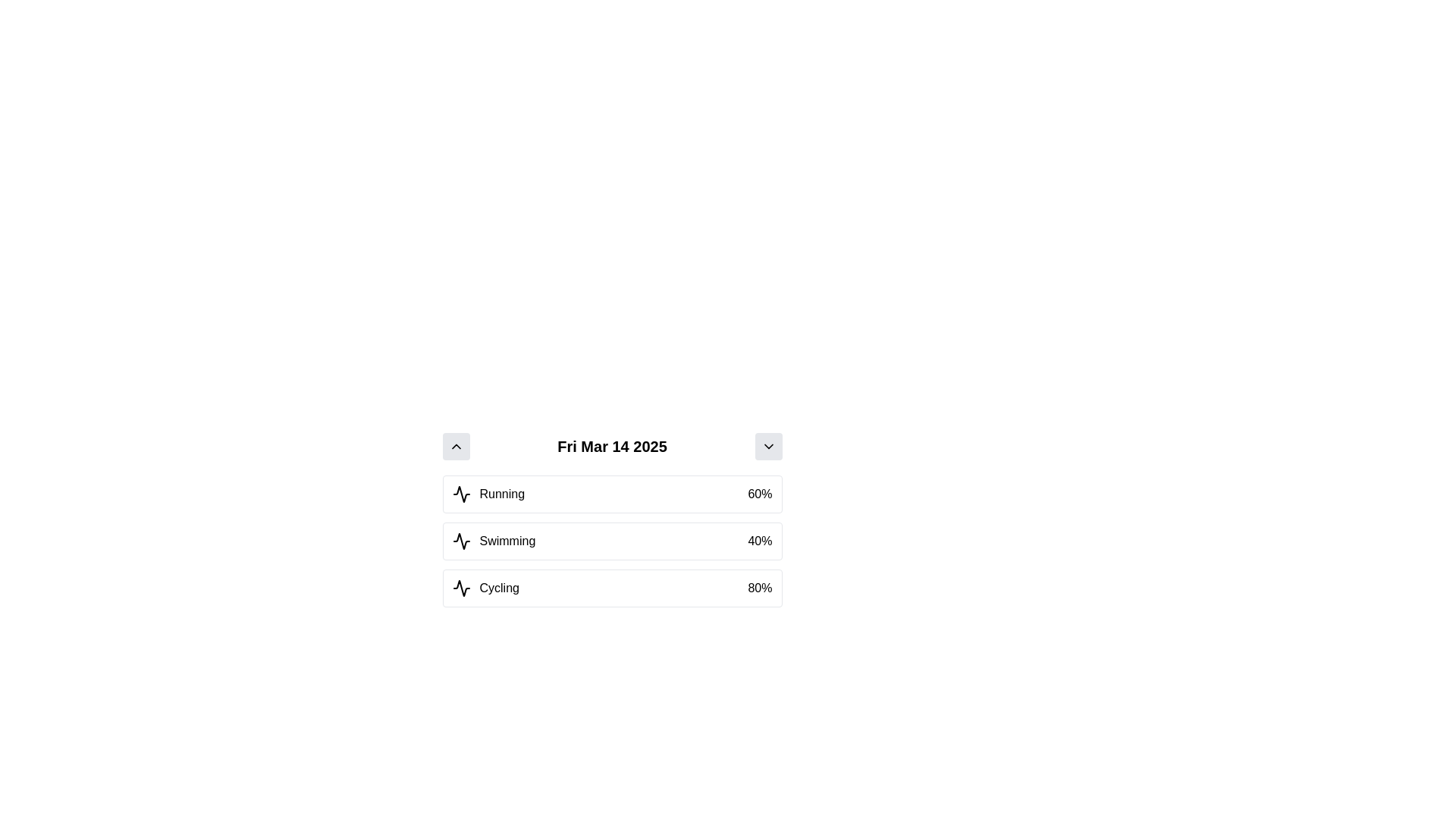  Describe the element at coordinates (455, 446) in the screenshot. I see `the Chevron Up icon located inside the rounded rectangular button on the left side of the date section to trigger visual feedback` at that location.